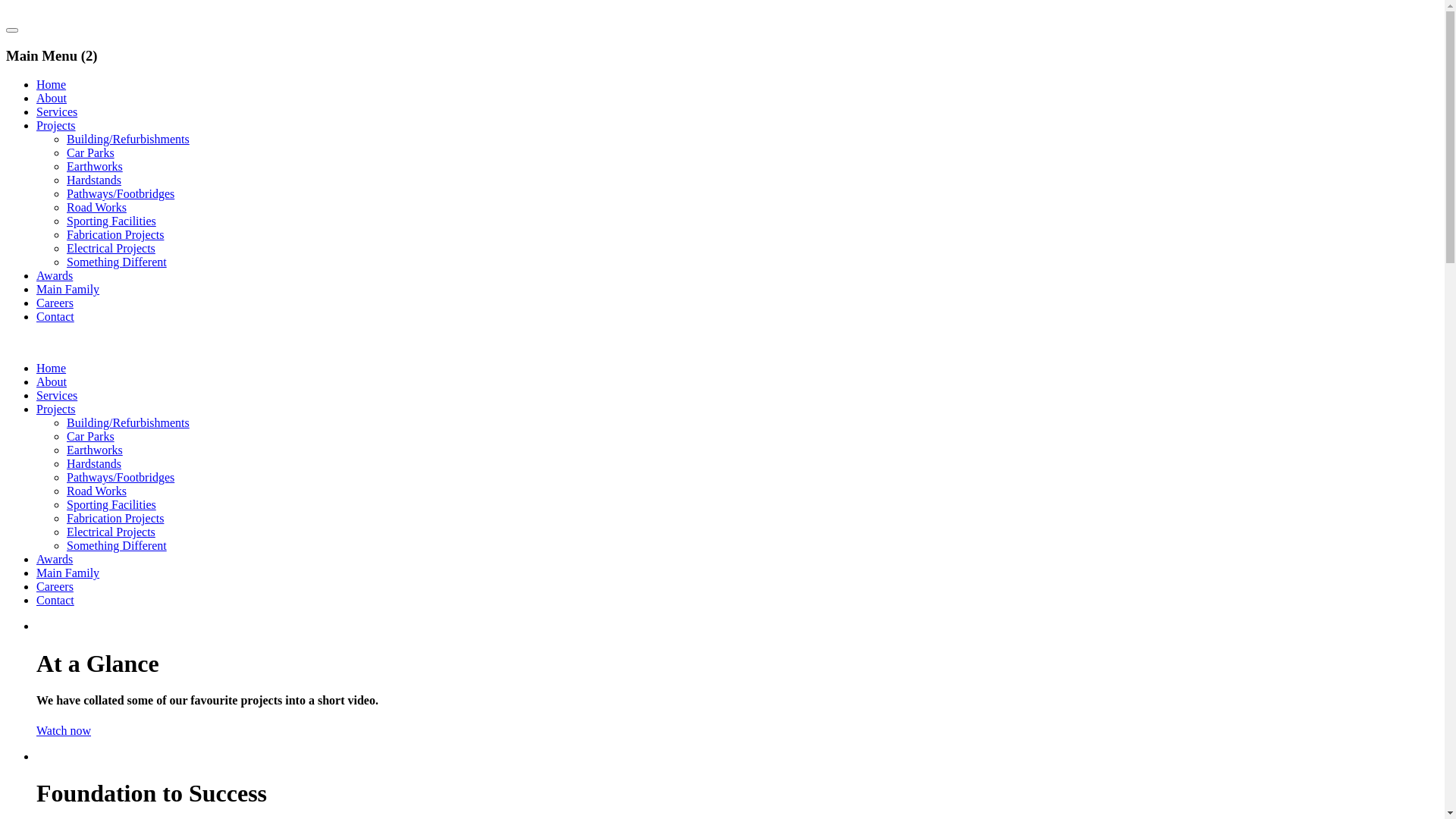  Describe the element at coordinates (119, 476) in the screenshot. I see `'Pathways/Footbridges'` at that location.